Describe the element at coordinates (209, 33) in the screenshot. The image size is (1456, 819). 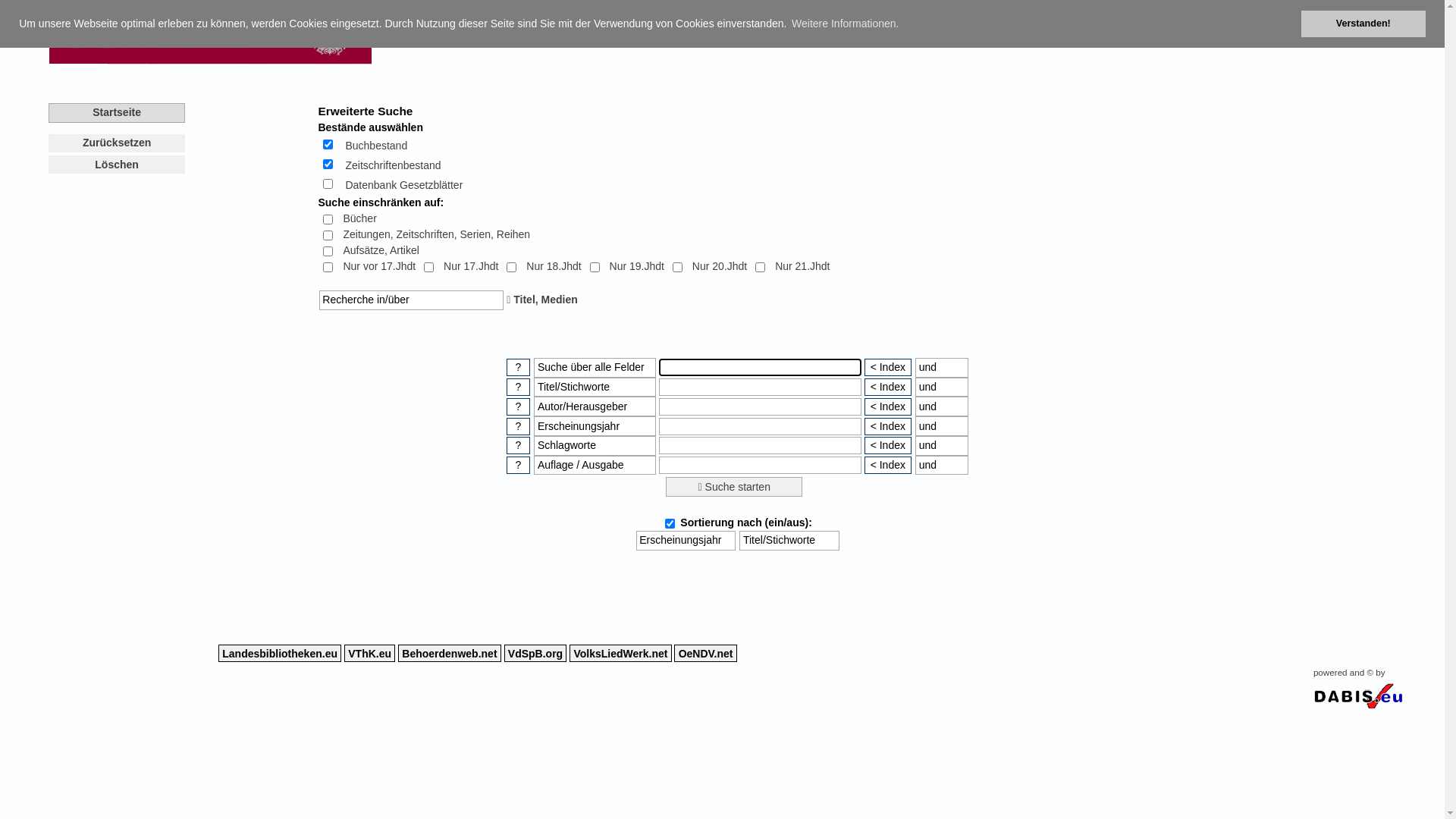
I see `'Zentralbibliothek Oberster Gerichtshof'` at that location.